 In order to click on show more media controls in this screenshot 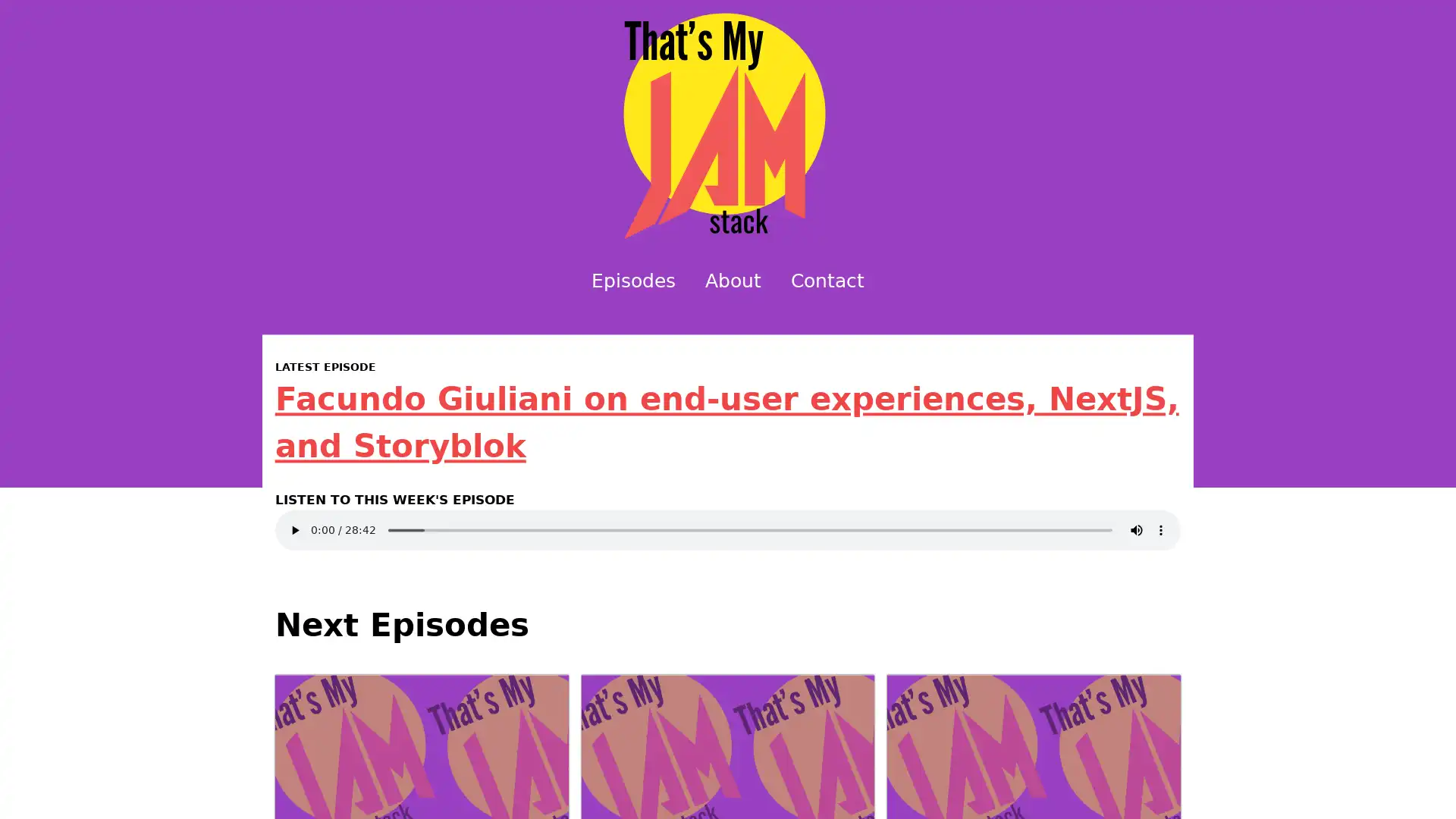, I will do `click(1160, 529)`.